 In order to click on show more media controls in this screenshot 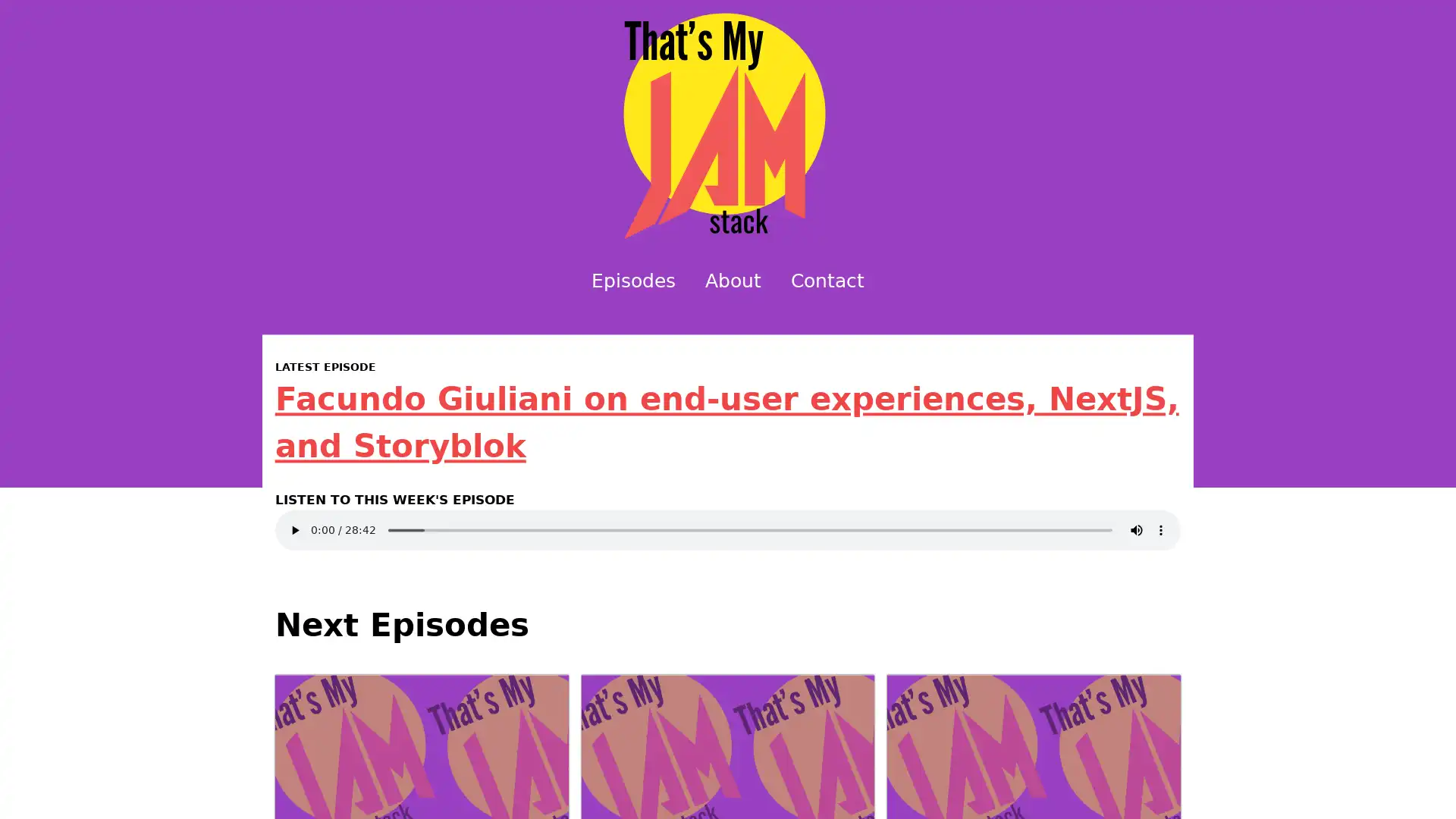, I will do `click(1160, 529)`.